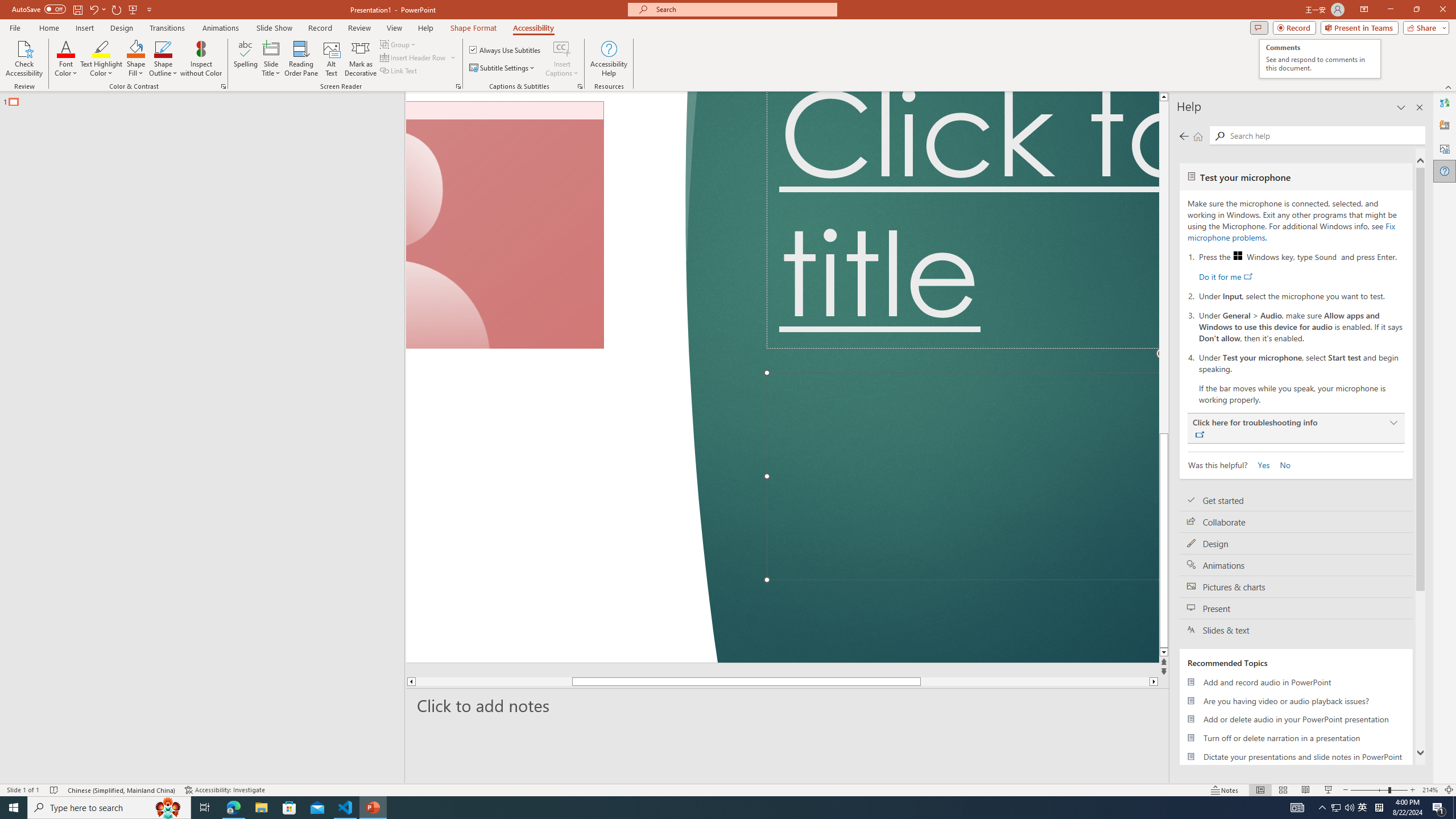 The width and height of the screenshot is (1456, 819). What do you see at coordinates (1259, 464) in the screenshot?
I see `'Yes'` at bounding box center [1259, 464].